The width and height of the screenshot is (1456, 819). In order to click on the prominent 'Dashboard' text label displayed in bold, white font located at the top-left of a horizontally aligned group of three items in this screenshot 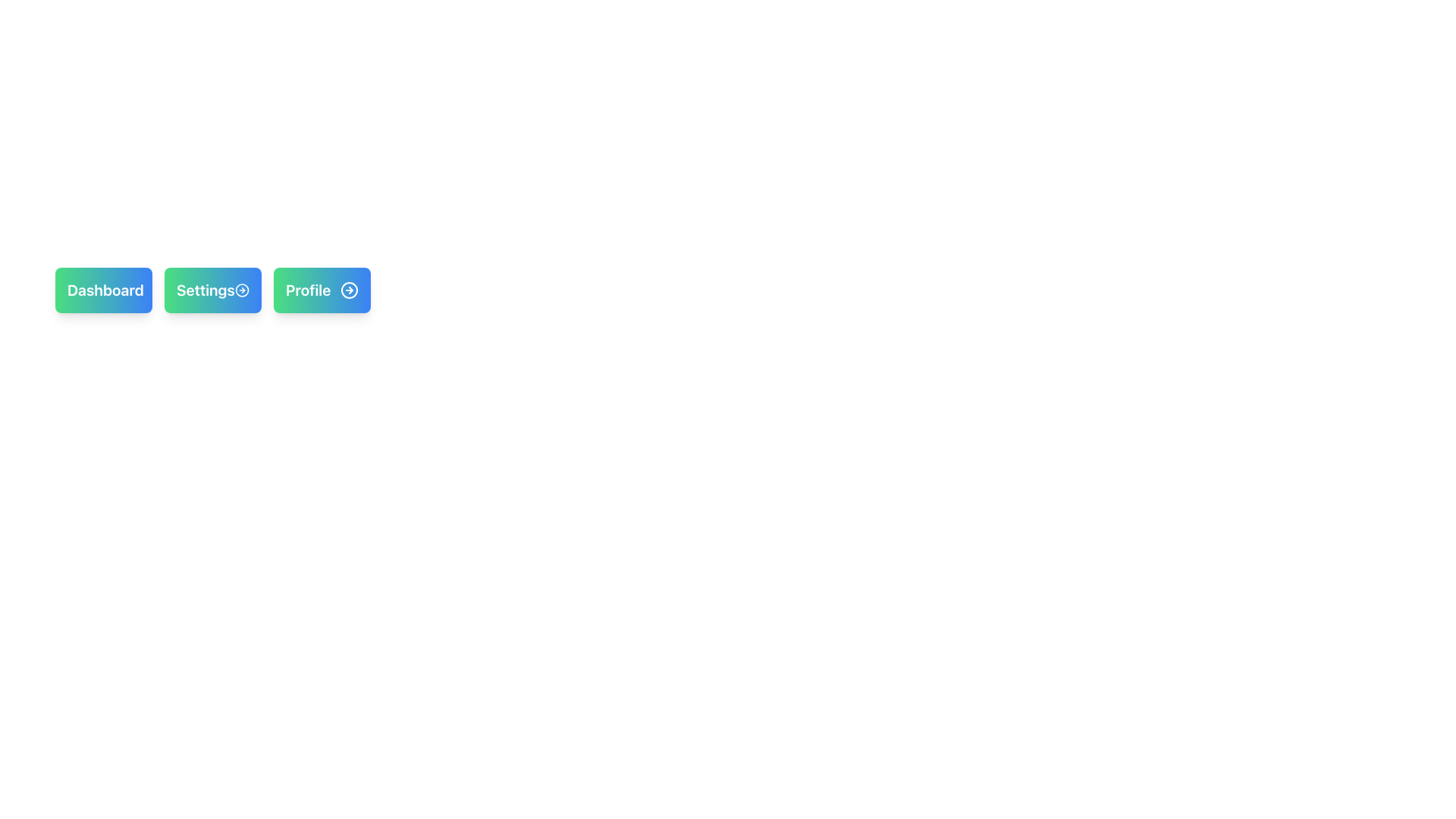, I will do `click(105, 290)`.